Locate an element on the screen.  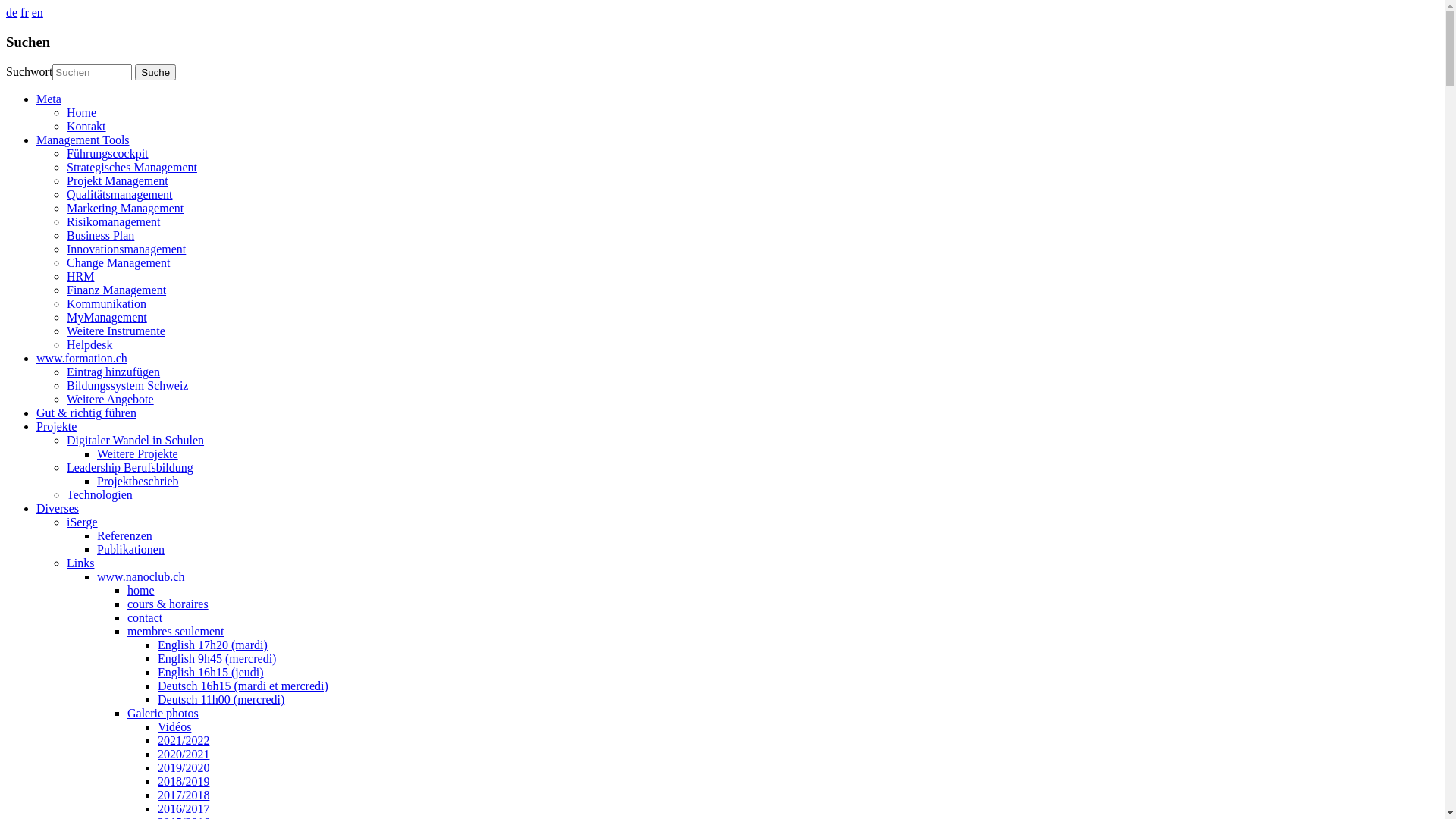
'Deutsch 16h15 (mardi et mercredi)' is located at coordinates (243, 686).